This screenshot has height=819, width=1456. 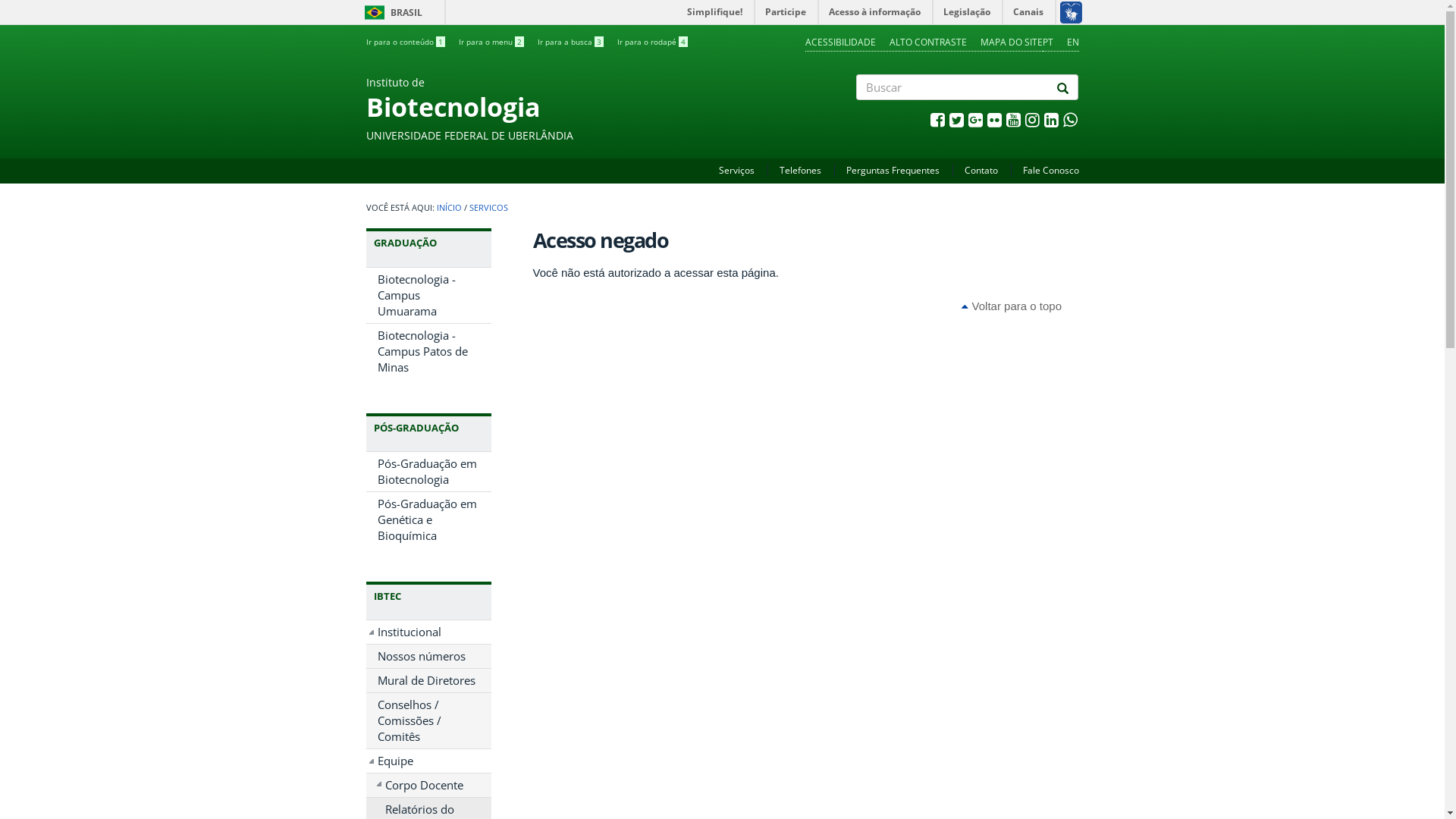 I want to click on 'Biotecnologia - Campus Patos de Minas', so click(x=427, y=351).